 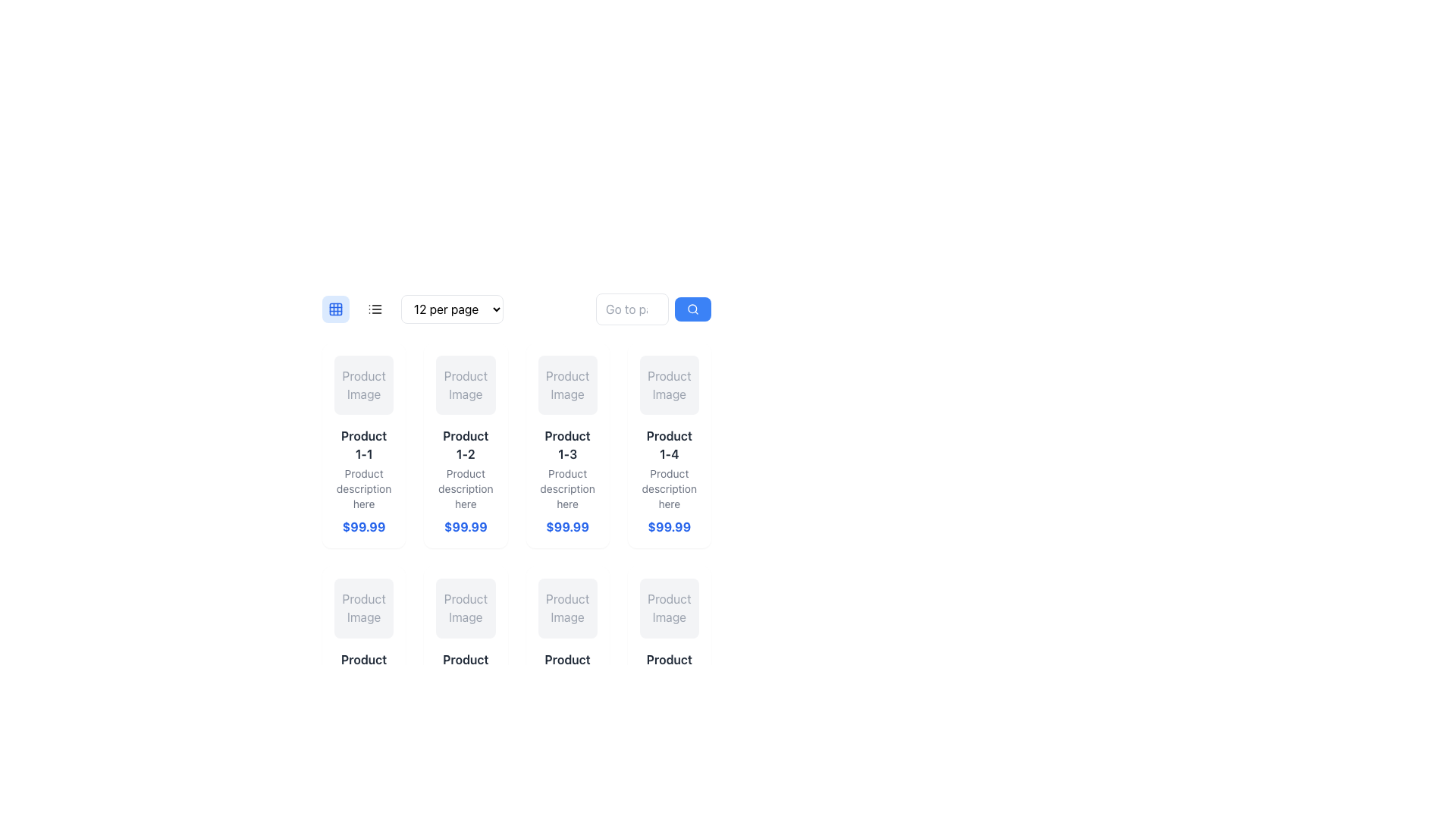 What do you see at coordinates (668, 482) in the screenshot?
I see `textual information displayed in the Text Block located at the bottom-right of the content area beneath the 'Product Image', which includes 'Product 1-4', 'Product description here', and '$99.99'` at bounding box center [668, 482].